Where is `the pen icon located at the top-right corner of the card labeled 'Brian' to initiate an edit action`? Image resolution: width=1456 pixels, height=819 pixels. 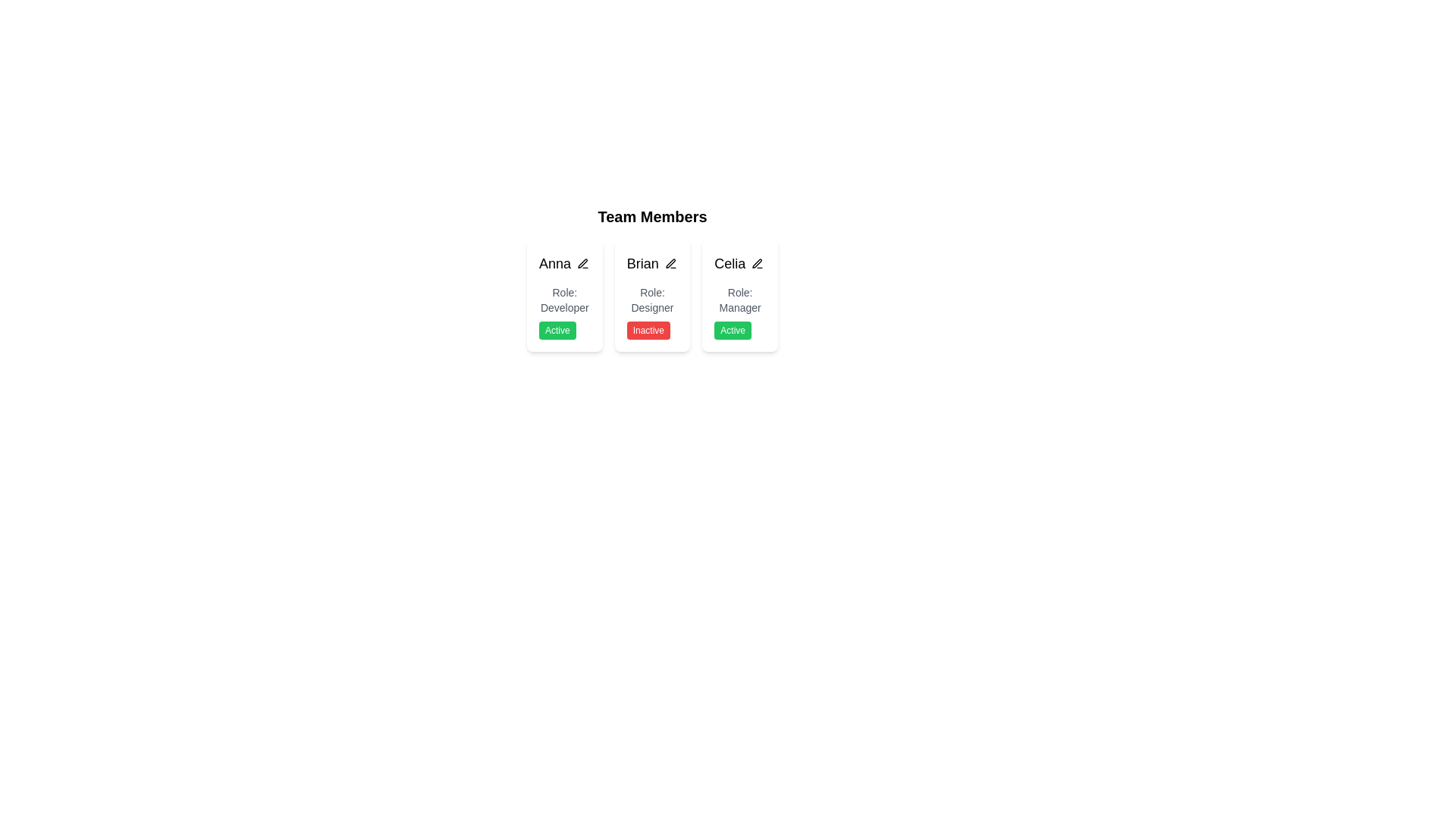 the pen icon located at the top-right corner of the card labeled 'Brian' to initiate an edit action is located at coordinates (670, 262).